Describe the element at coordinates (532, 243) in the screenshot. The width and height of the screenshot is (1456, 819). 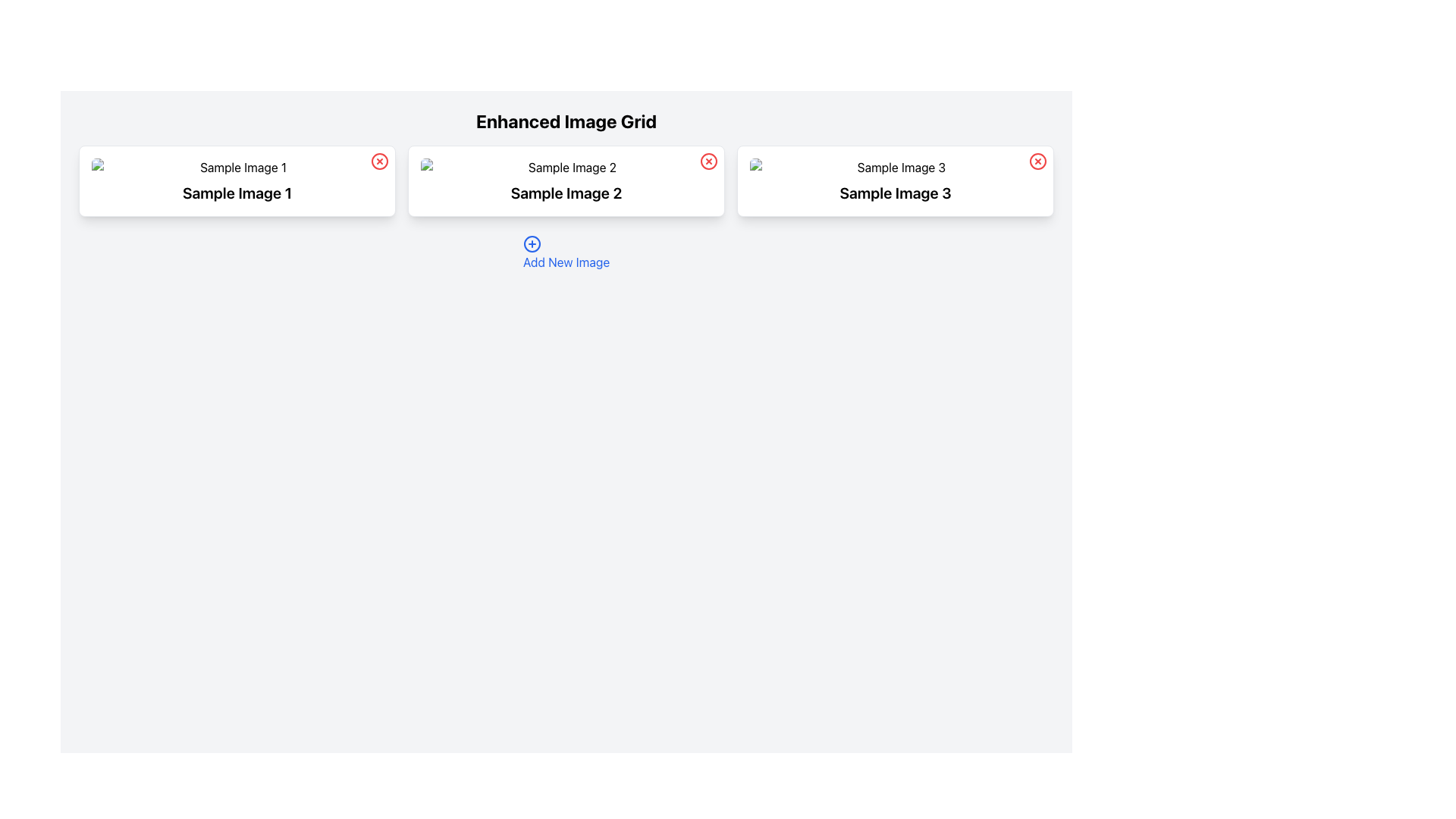
I see `the SVG Circle element that serves as a decorative component of the 'Add New Image' button, indicating the action to add an item to the image grid` at that location.